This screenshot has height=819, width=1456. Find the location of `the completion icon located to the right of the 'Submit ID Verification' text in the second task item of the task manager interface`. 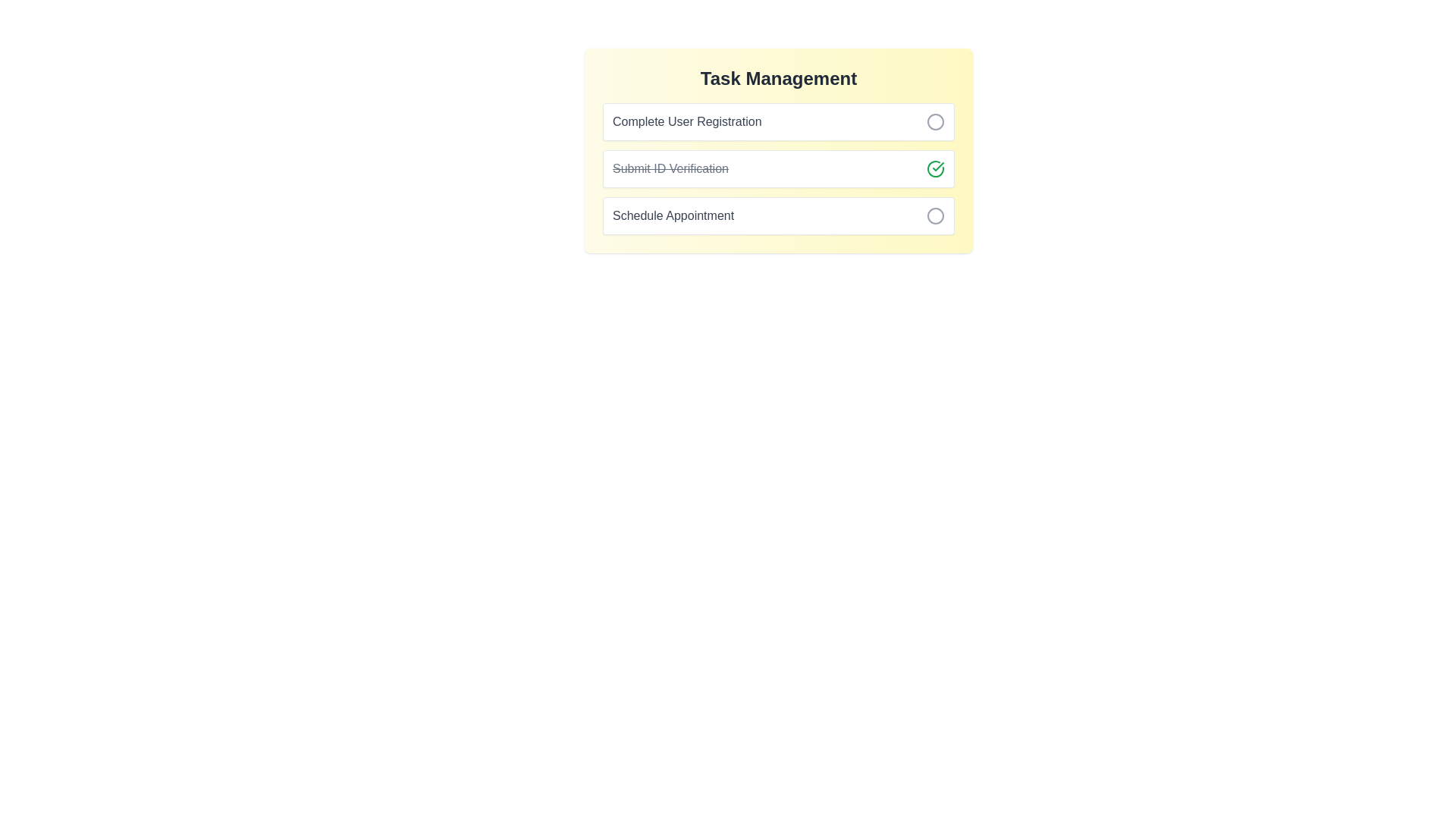

the completion icon located to the right of the 'Submit ID Verification' text in the second task item of the task manager interface is located at coordinates (937, 166).